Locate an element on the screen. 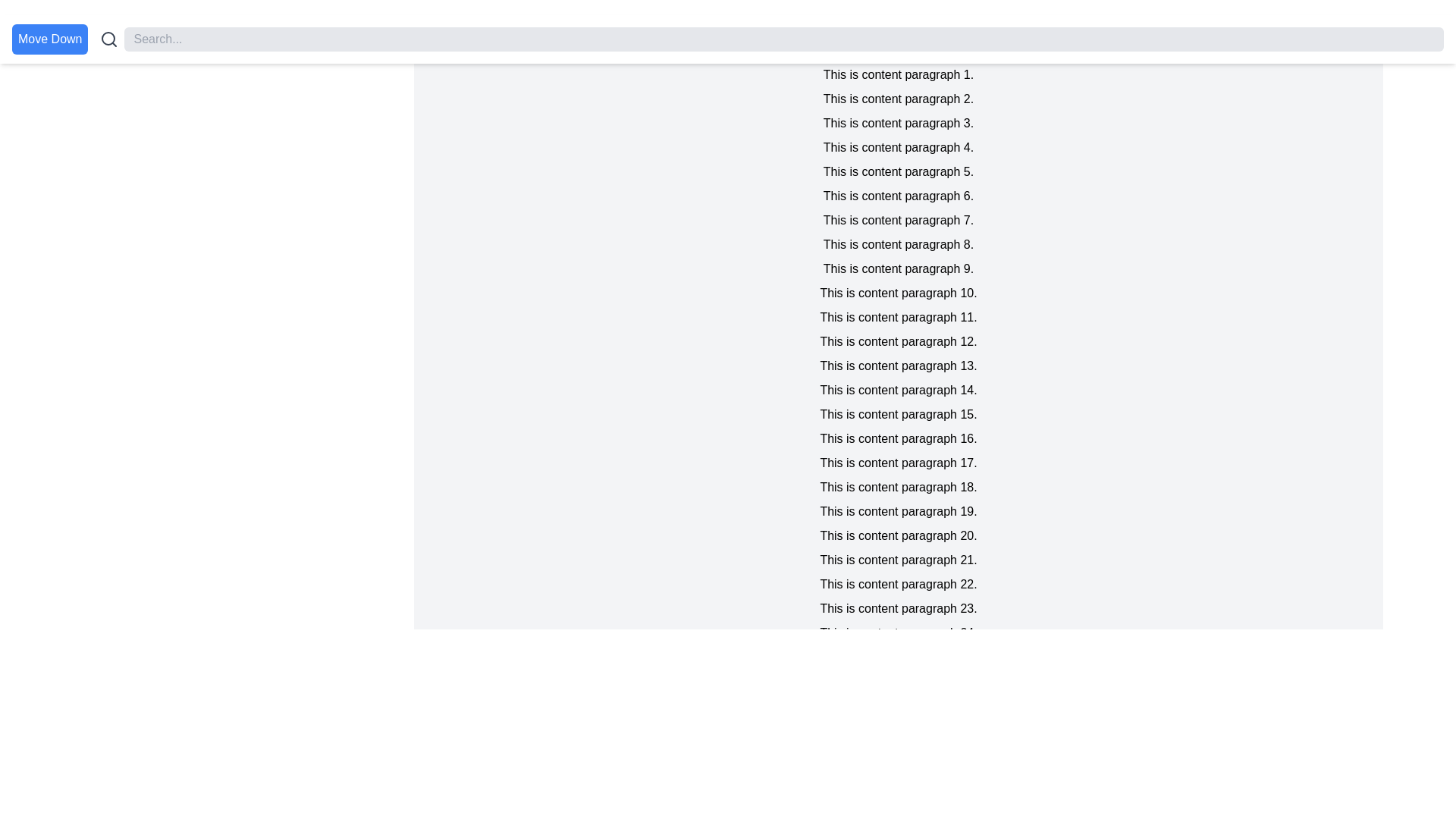 The image size is (1456, 819). the text block containing 'This is content paragraph 22.' which is the 22nd item in a vertically aligned list of paragraphs is located at coordinates (899, 584).